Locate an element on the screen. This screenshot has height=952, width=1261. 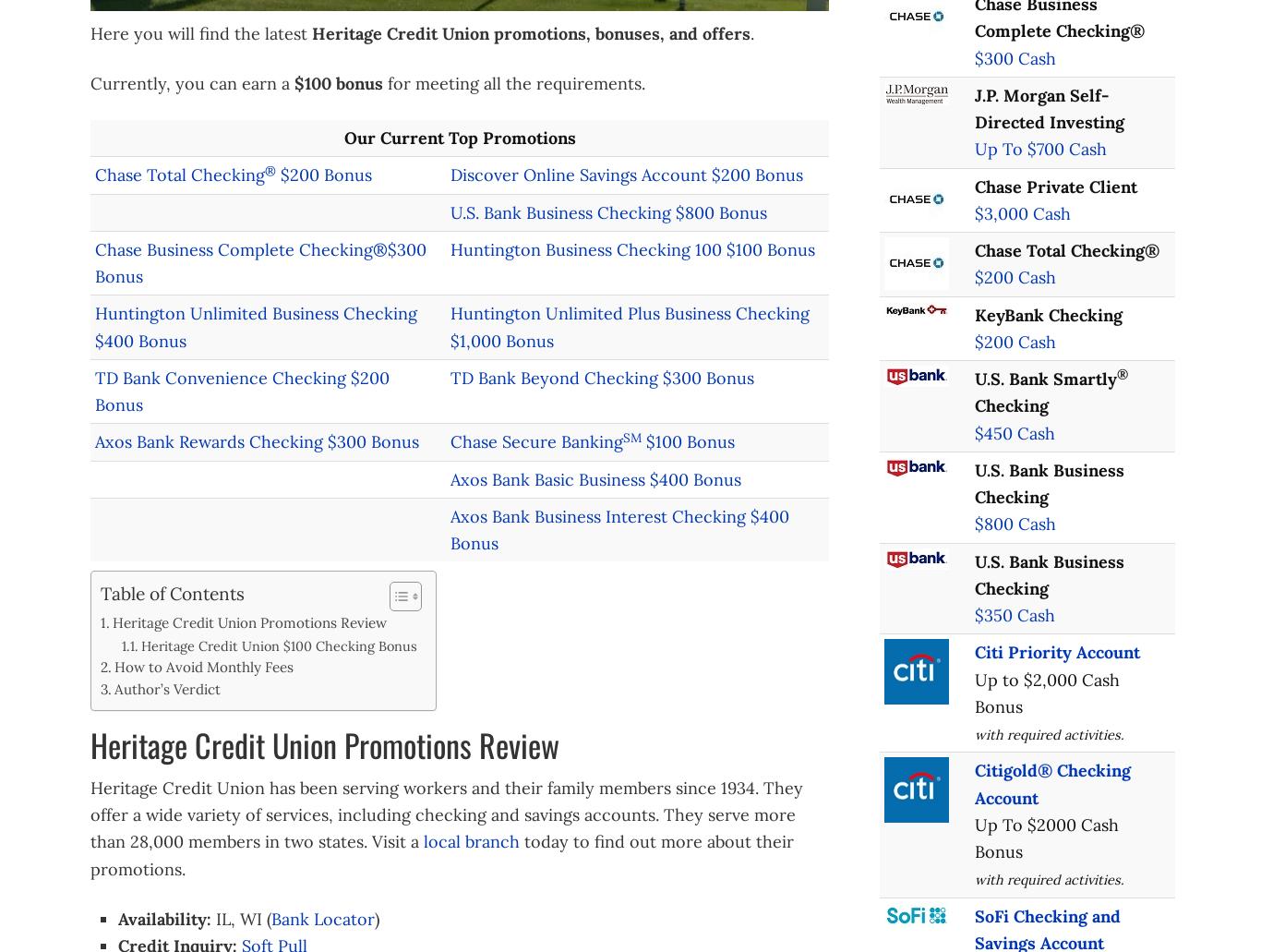
'Currently, you can earn a' is located at coordinates (191, 82).